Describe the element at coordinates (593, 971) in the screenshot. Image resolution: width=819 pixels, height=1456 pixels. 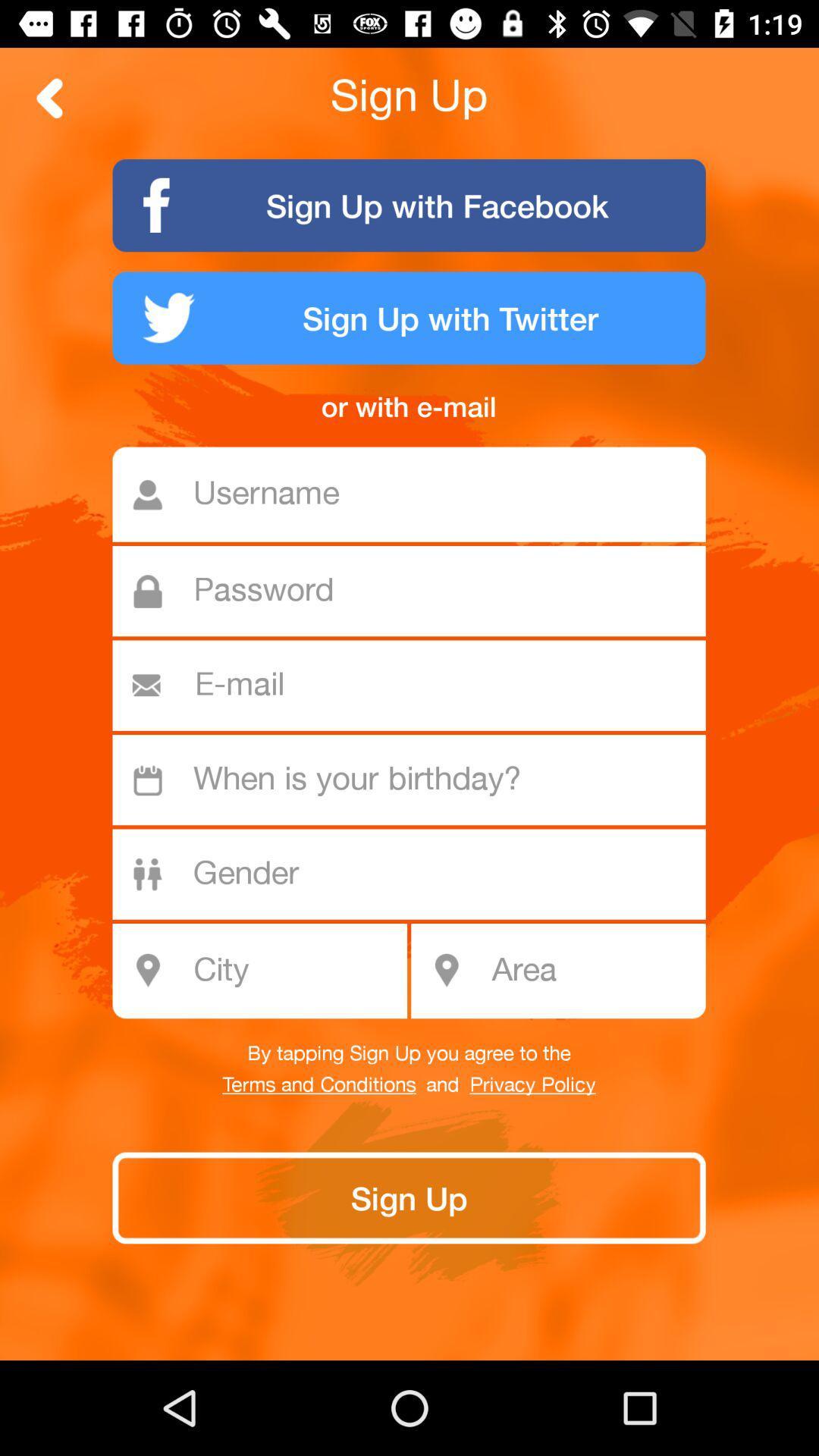
I see `icon above by tapping sign icon` at that location.